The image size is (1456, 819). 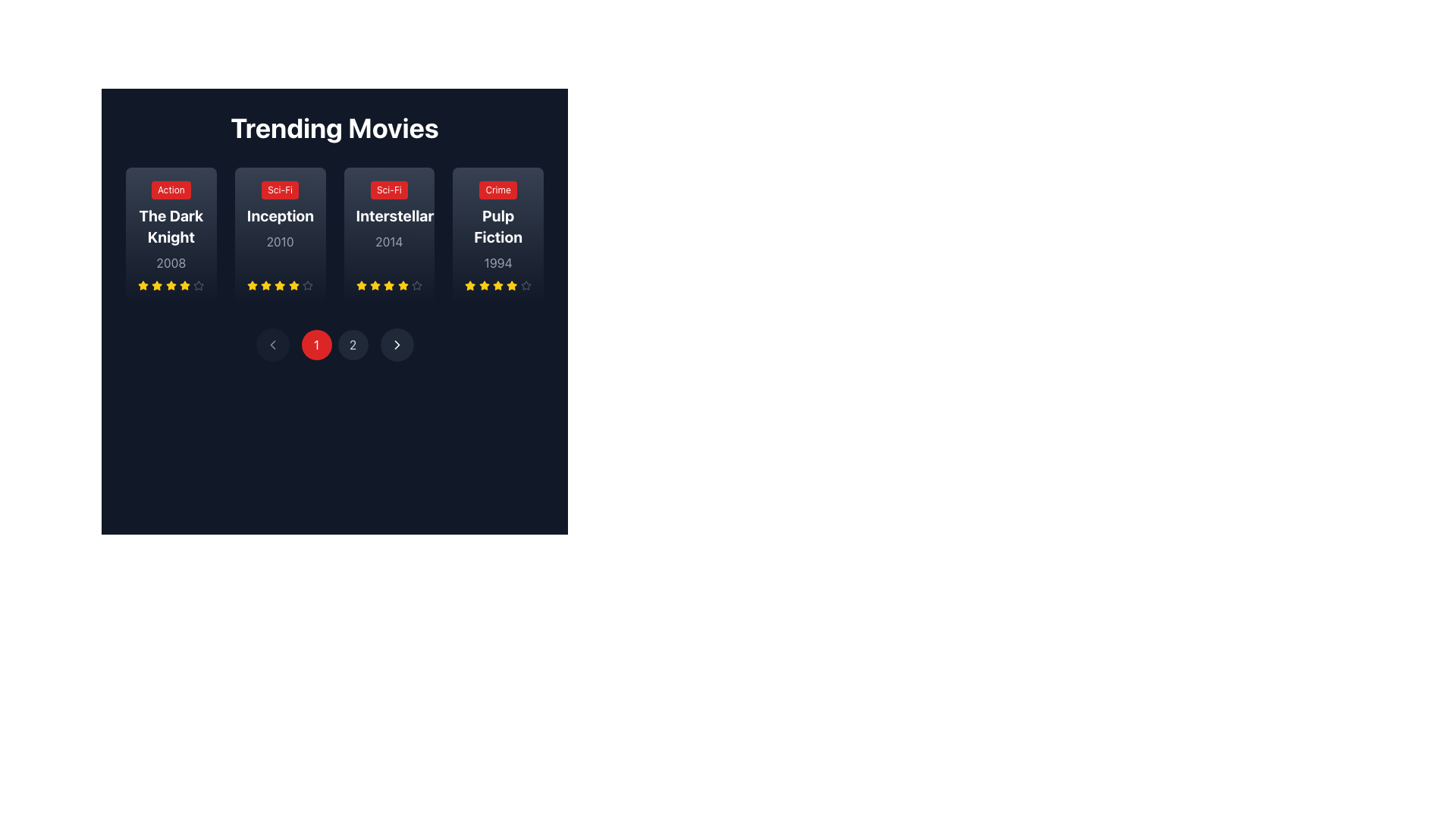 What do you see at coordinates (171, 225) in the screenshot?
I see `the first movie information card for 'The Dark Knight' in the 'Trending Movies' grid, which features a red 'Action' label and a dark background` at bounding box center [171, 225].